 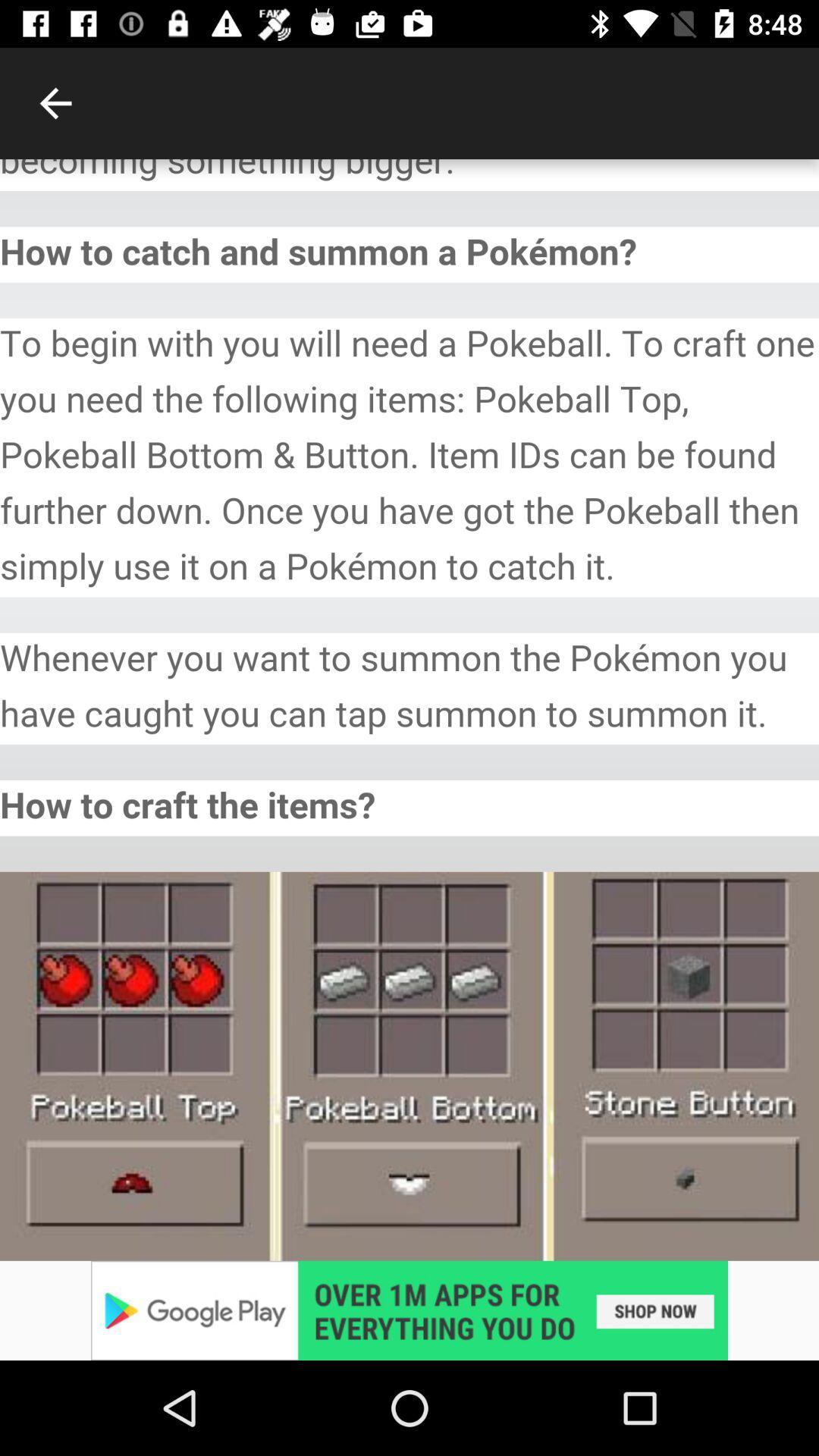 I want to click on advertisement, so click(x=409, y=1310).